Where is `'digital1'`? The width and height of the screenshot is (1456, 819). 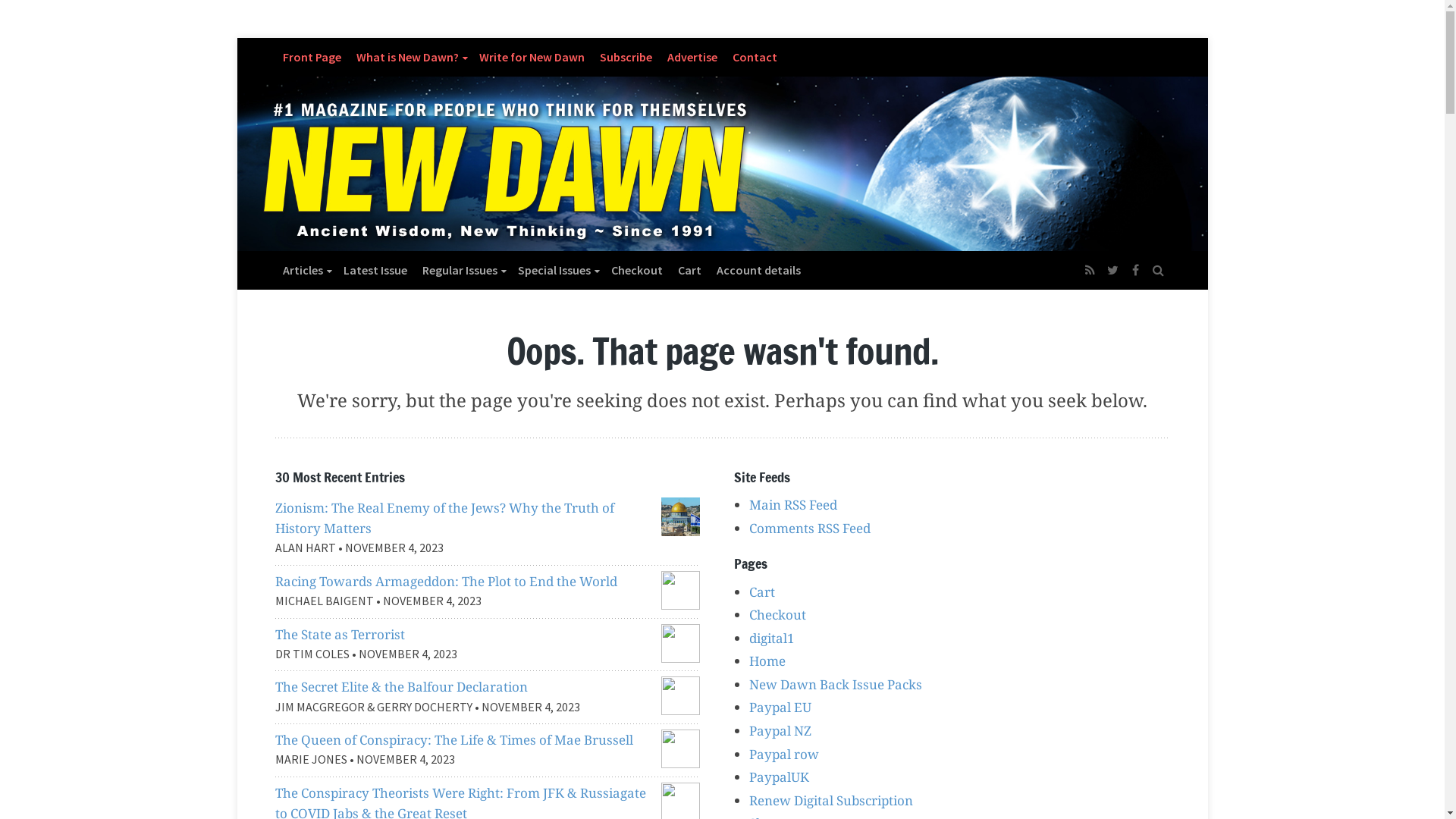 'digital1' is located at coordinates (771, 638).